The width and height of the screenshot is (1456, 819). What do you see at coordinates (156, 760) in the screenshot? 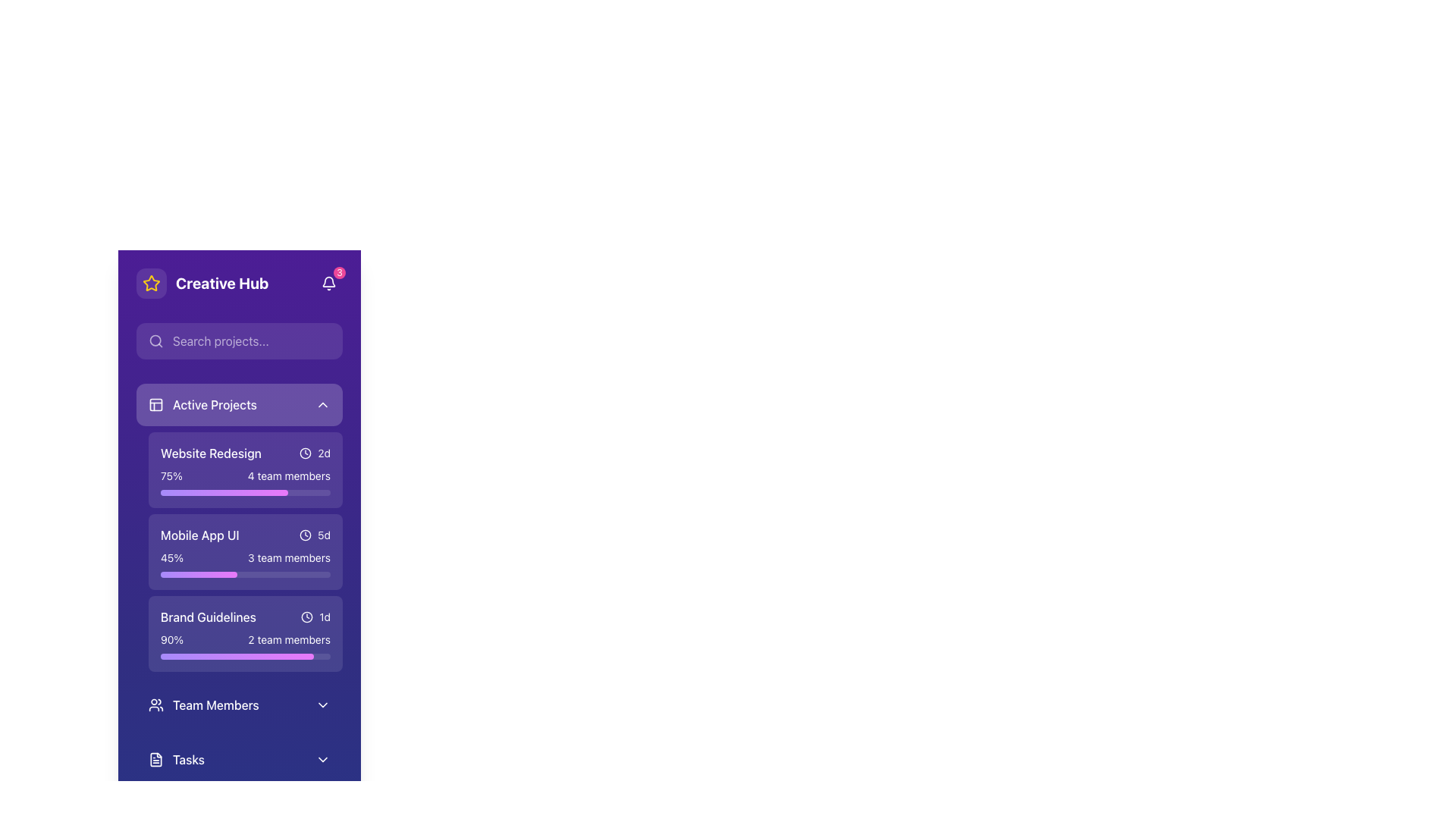
I see `the file icon in the 'Tasks' section of the navigation menu located on the left side of the interface` at bounding box center [156, 760].